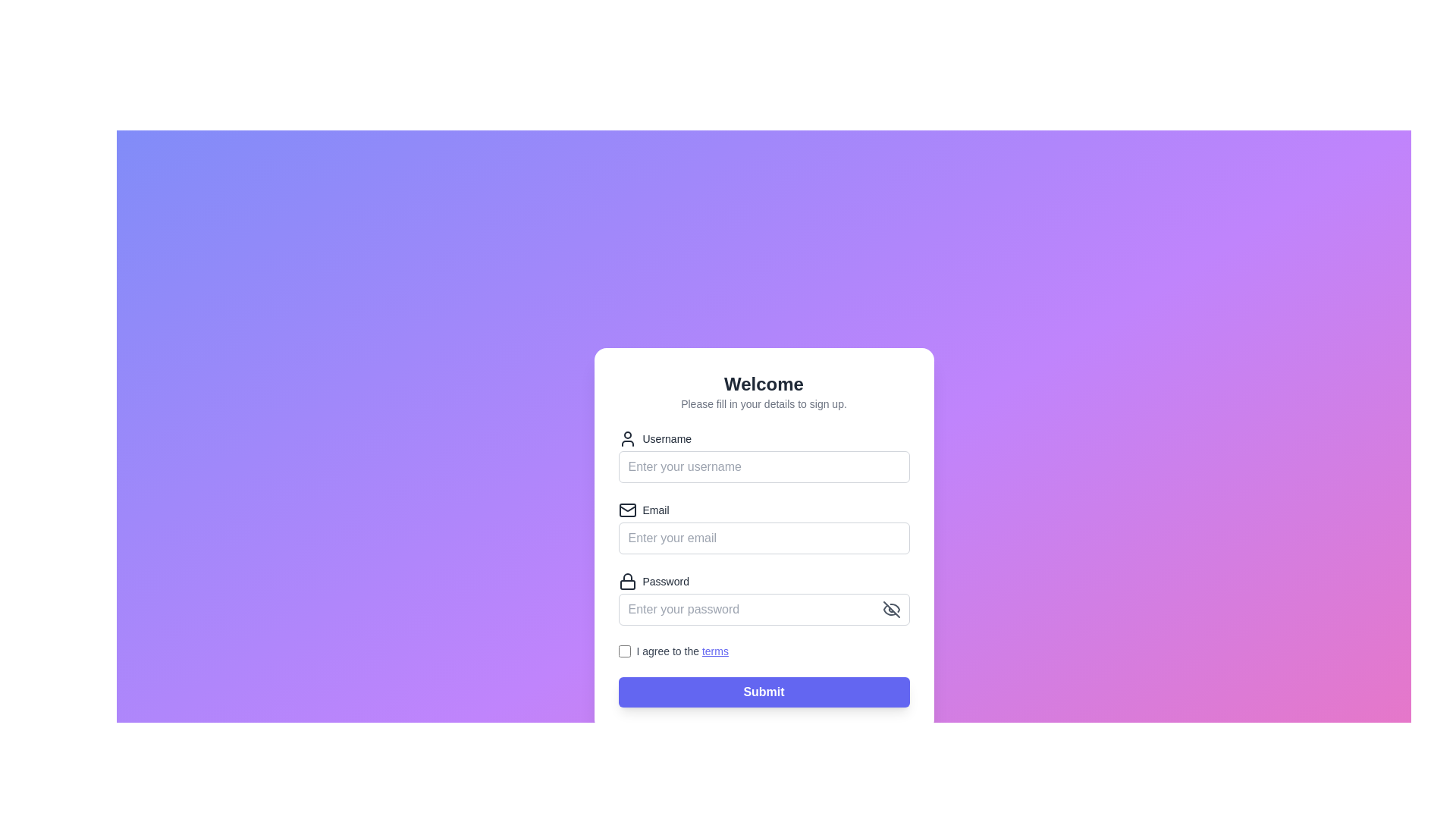 Image resolution: width=1456 pixels, height=819 pixels. Describe the element at coordinates (627, 438) in the screenshot. I see `Decorative user icon located to the left of the 'Username' label, aligned with the input field for entering a username` at that location.